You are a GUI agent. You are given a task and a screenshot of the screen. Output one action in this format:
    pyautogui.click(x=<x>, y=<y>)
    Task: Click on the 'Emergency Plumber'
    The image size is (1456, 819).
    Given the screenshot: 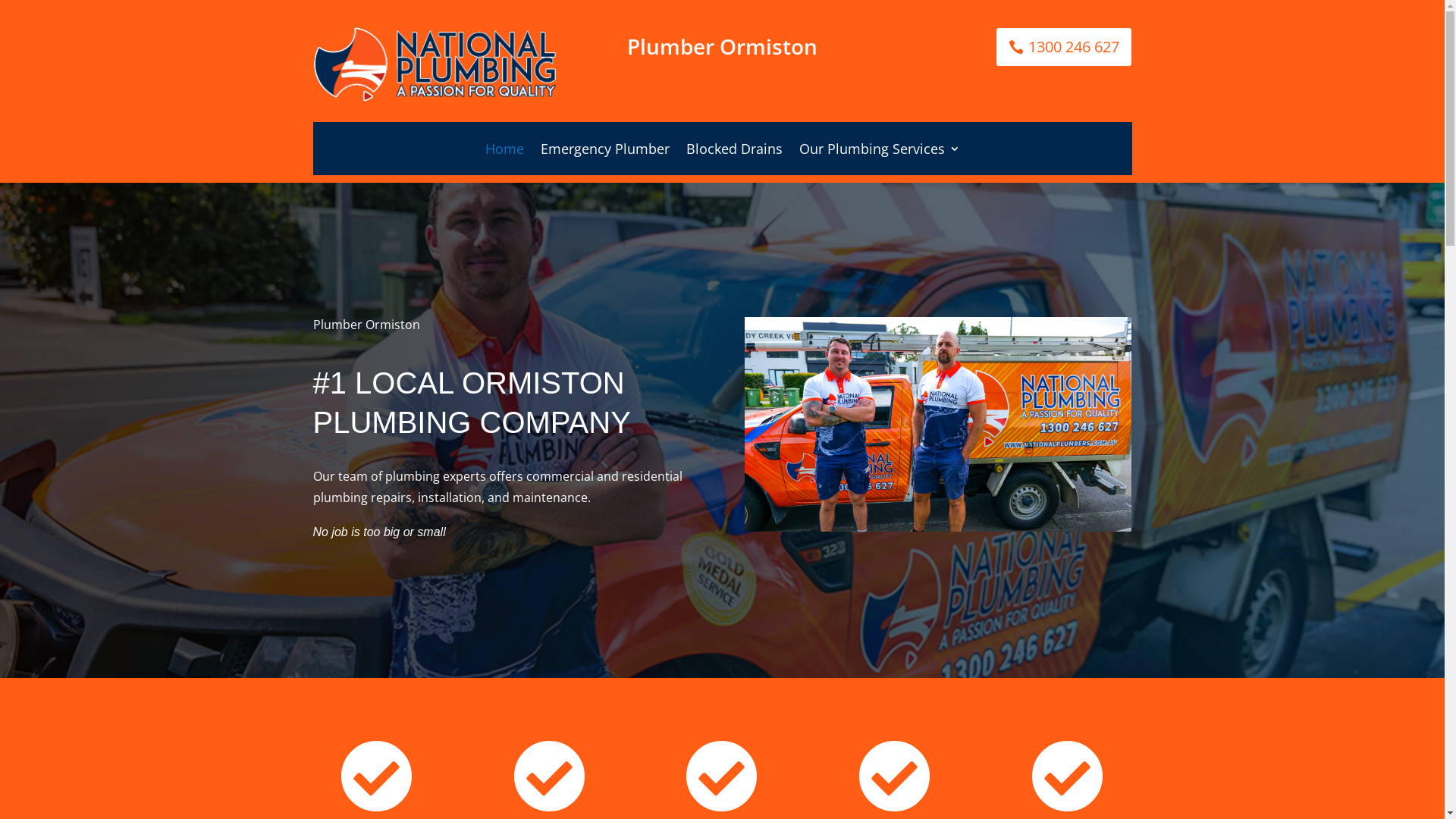 What is the action you would take?
    pyautogui.click(x=603, y=152)
    